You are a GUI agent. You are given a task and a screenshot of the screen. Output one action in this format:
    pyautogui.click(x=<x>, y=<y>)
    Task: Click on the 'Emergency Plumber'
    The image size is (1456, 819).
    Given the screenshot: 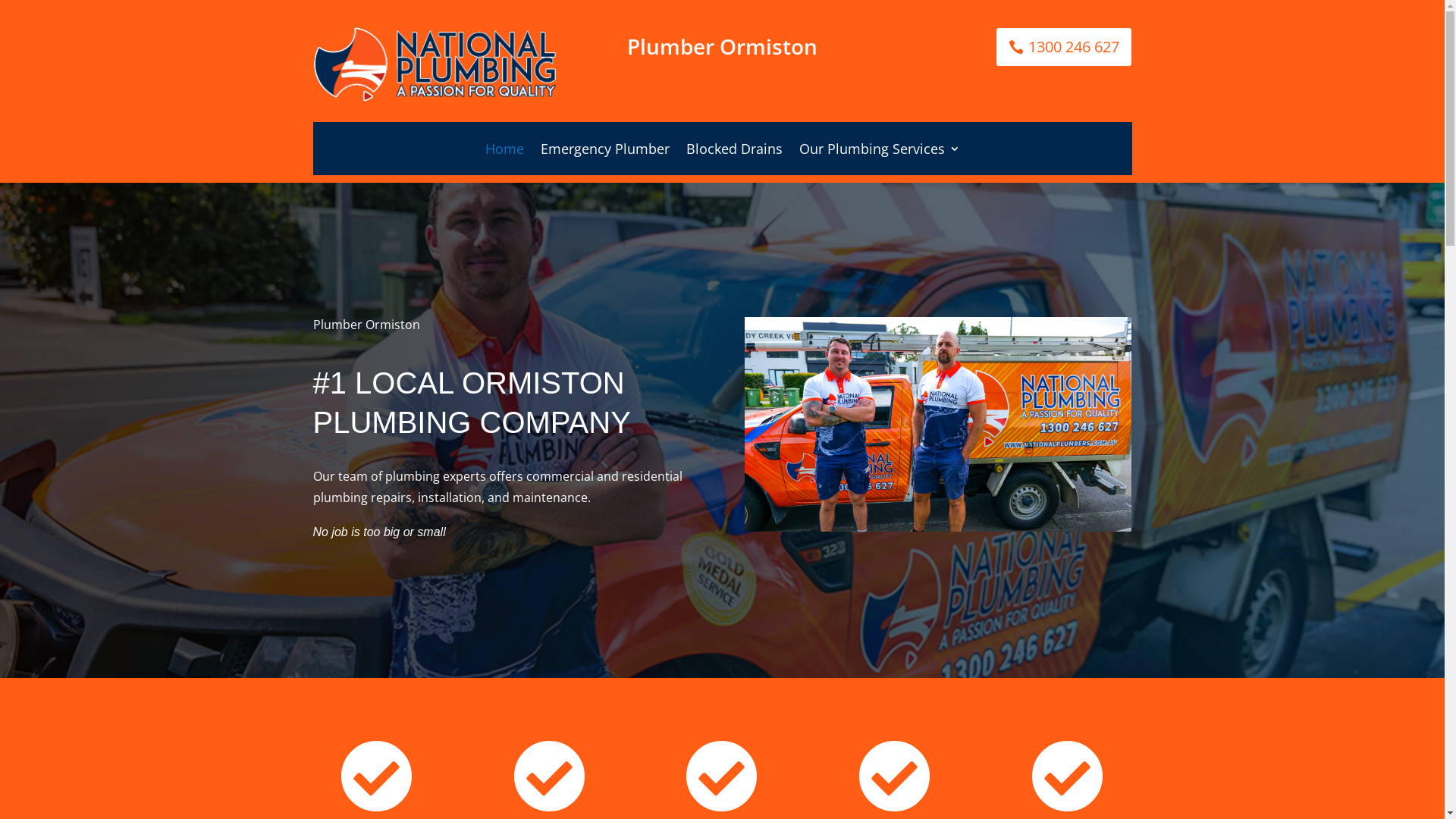 What is the action you would take?
    pyautogui.click(x=603, y=152)
    